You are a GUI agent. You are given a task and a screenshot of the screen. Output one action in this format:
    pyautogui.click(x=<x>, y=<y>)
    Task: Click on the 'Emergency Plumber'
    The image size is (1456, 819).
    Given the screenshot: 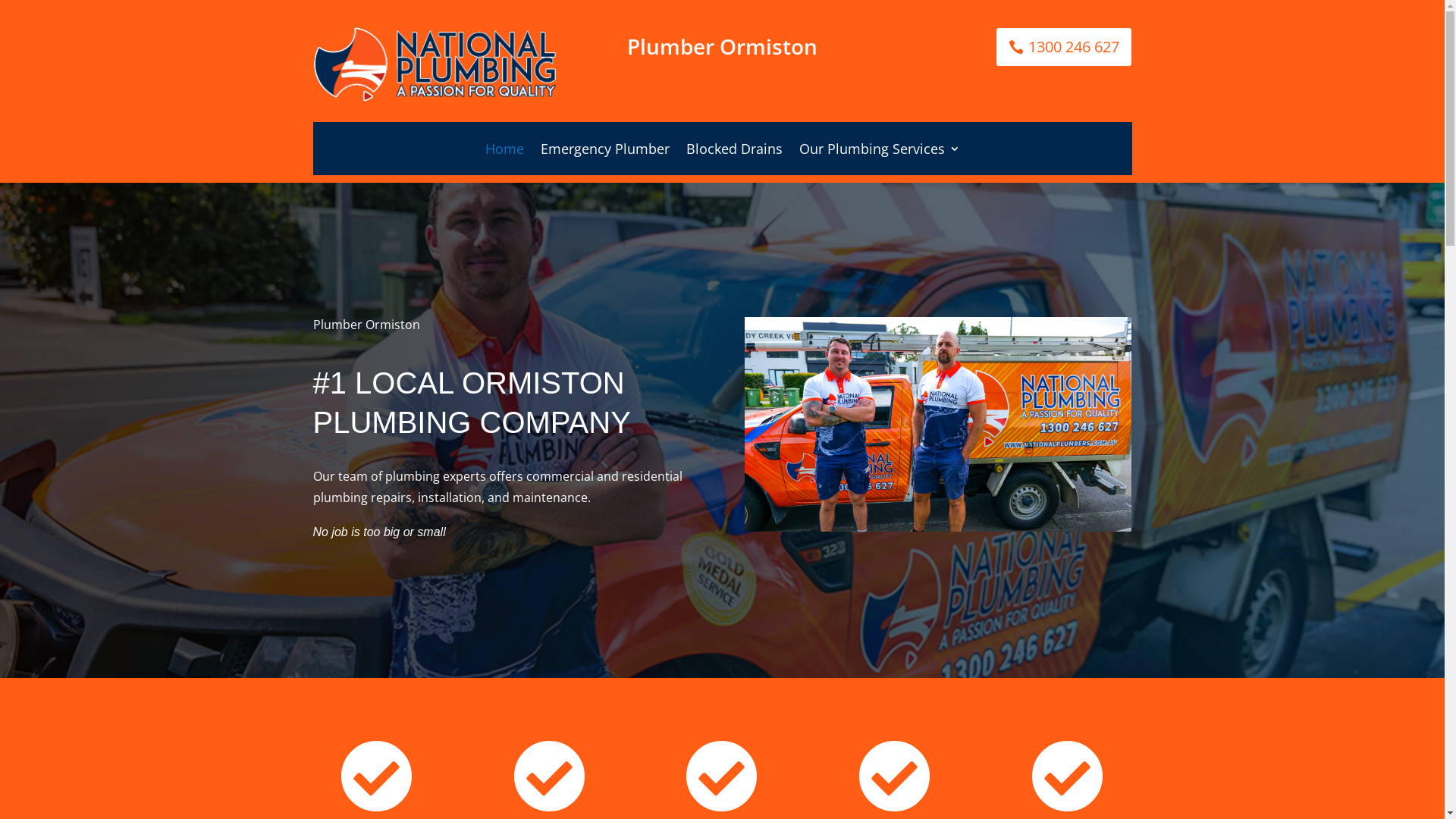 What is the action you would take?
    pyautogui.click(x=603, y=152)
    